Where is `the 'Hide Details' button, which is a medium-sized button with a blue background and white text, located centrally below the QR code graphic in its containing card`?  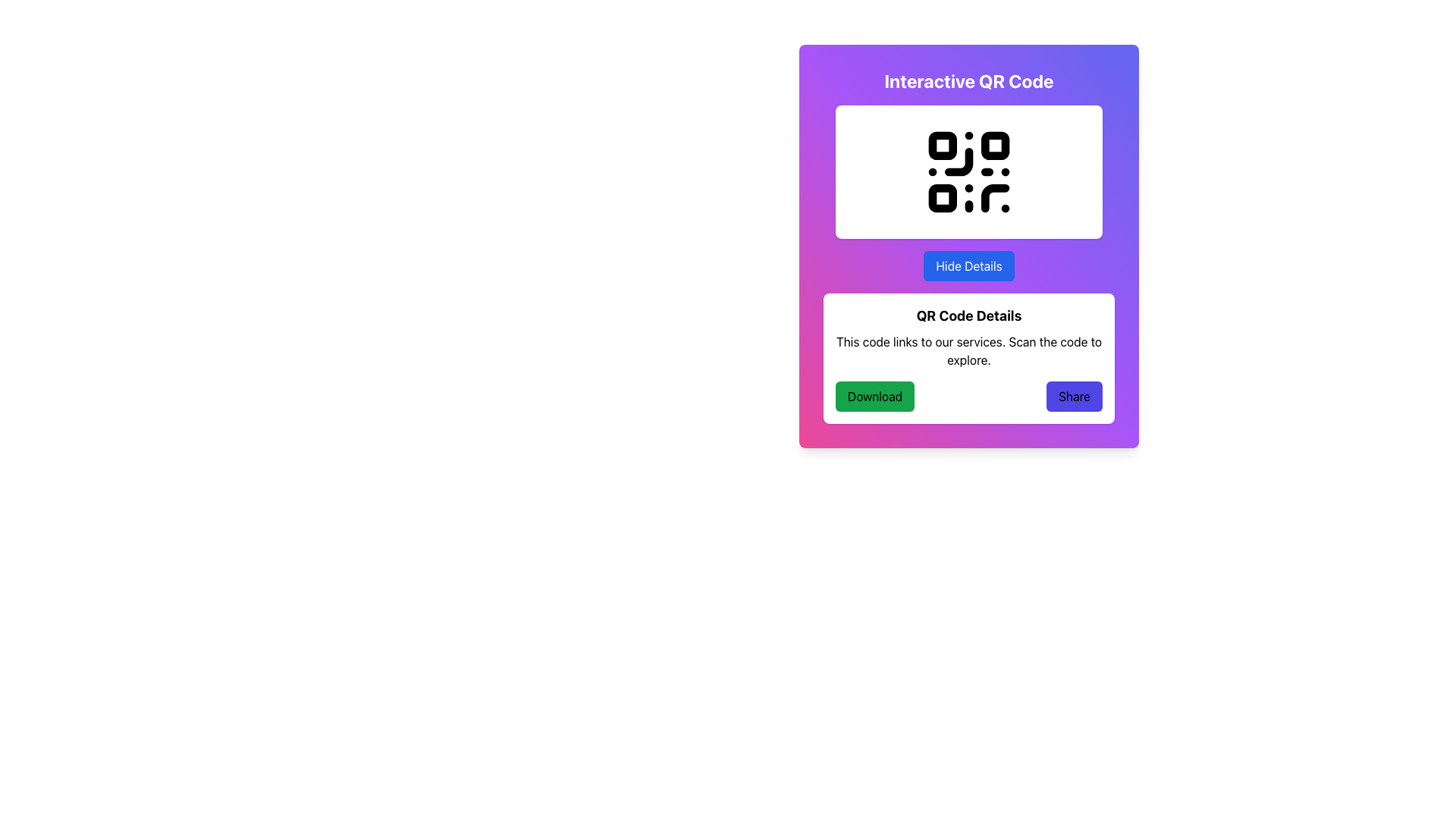
the 'Hide Details' button, which is a medium-sized button with a blue background and white text, located centrally below the QR code graphic in its containing card is located at coordinates (968, 265).